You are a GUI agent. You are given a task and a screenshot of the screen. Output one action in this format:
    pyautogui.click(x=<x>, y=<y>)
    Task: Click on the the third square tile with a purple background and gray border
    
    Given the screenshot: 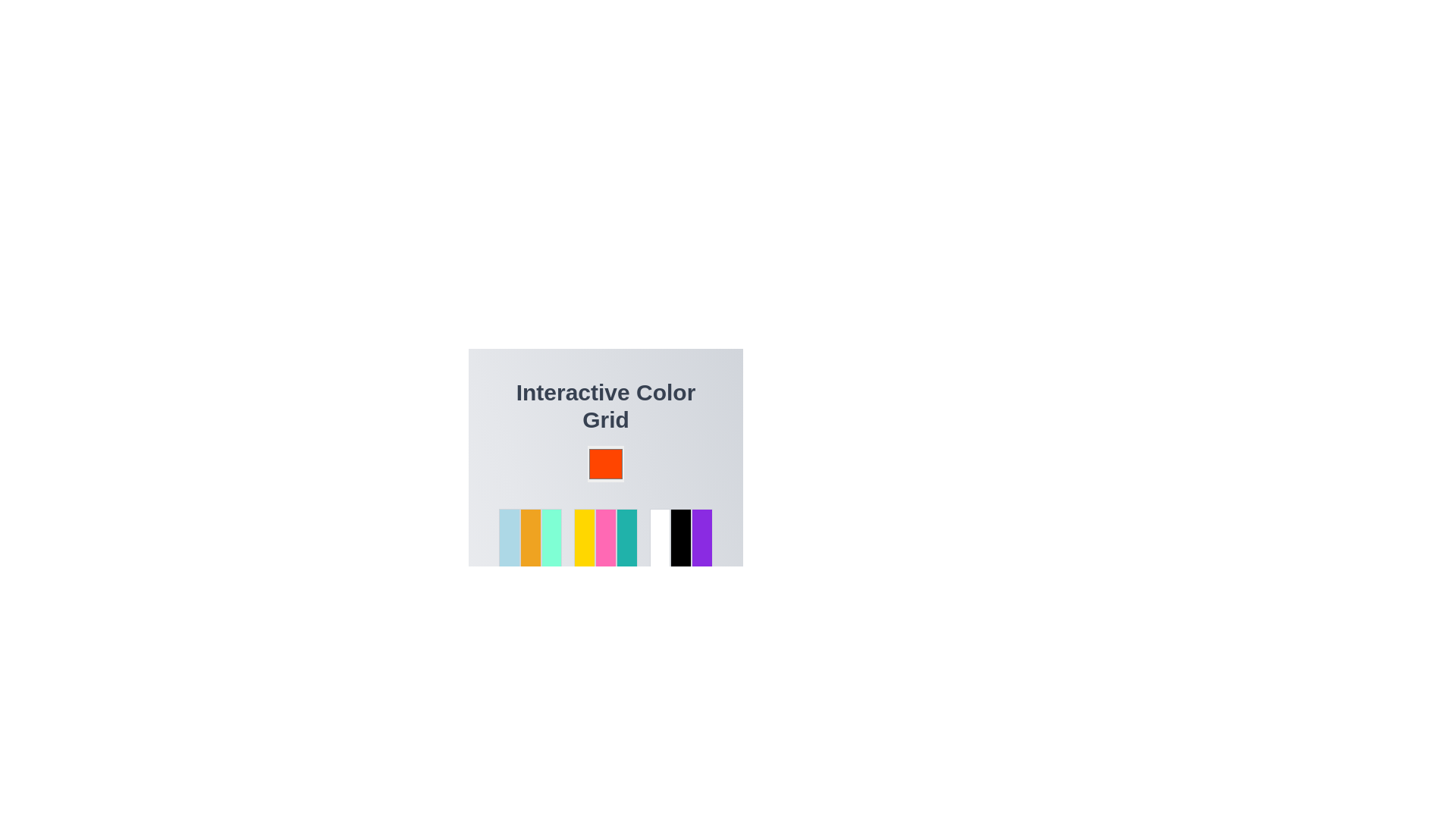 What is the action you would take?
    pyautogui.click(x=701, y=538)
    